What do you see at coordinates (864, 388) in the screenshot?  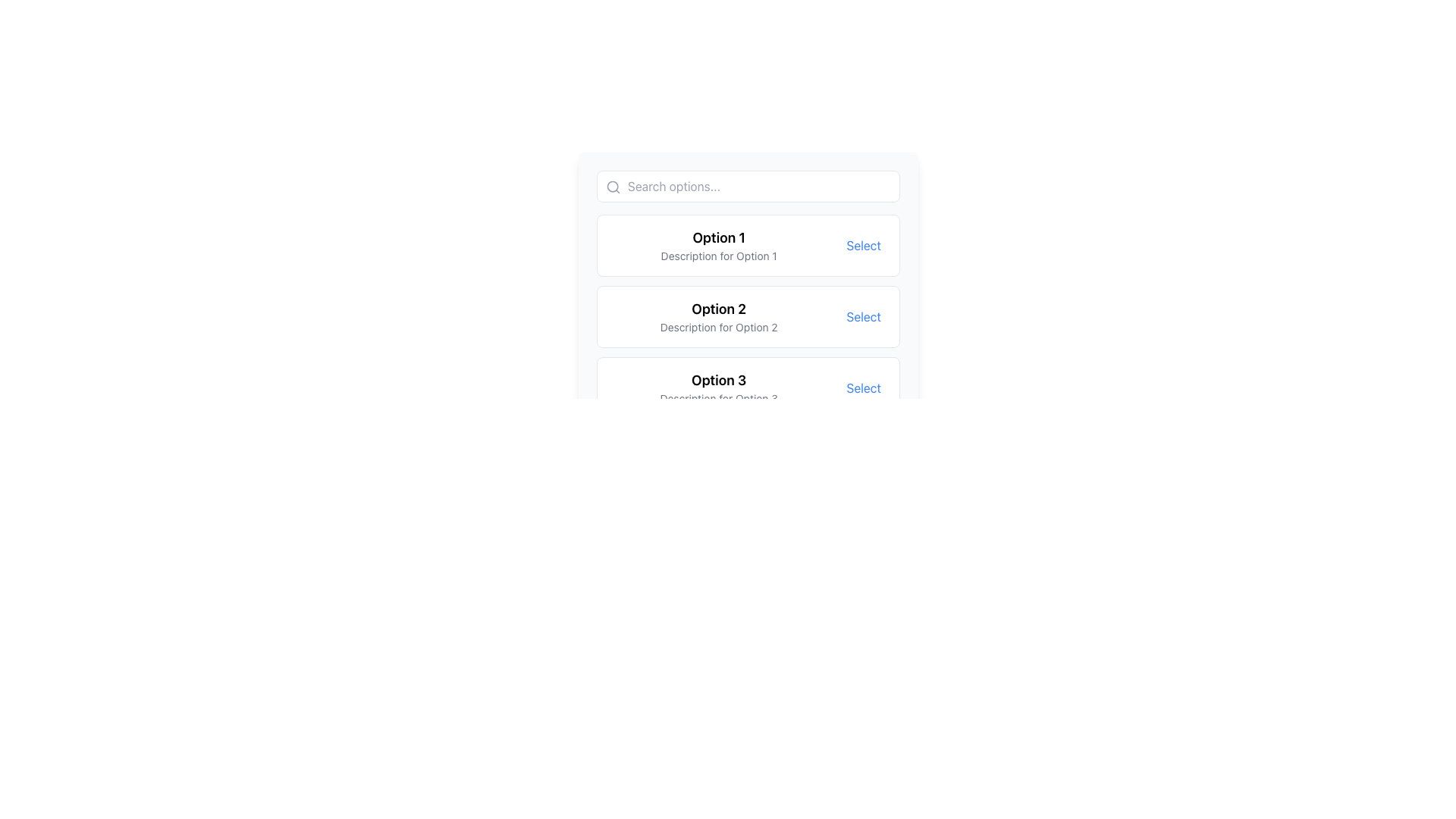 I see `the button for 'Option 3' located in the bottom-right corner of its panel to change its background color` at bounding box center [864, 388].